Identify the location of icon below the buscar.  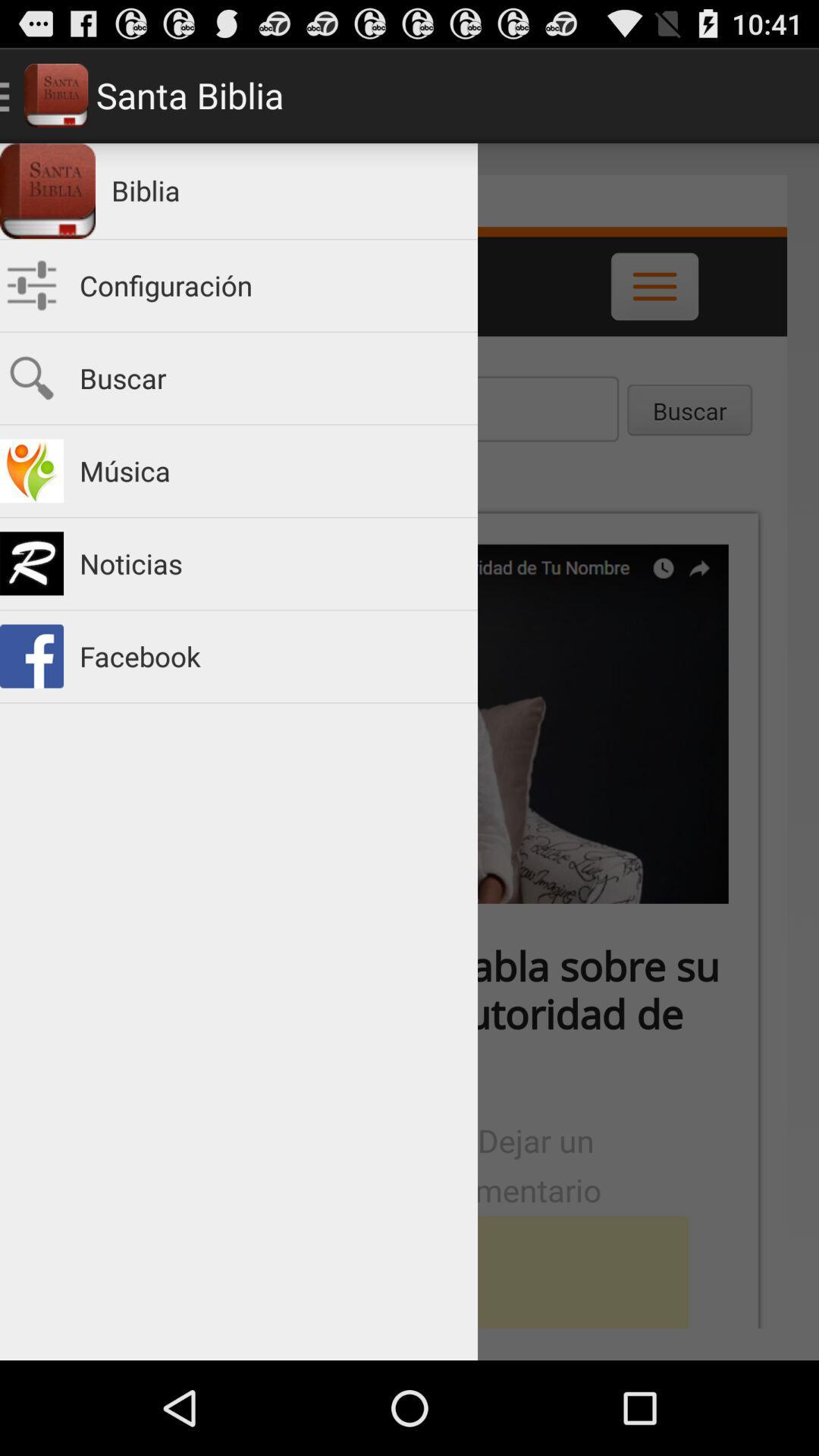
(270, 470).